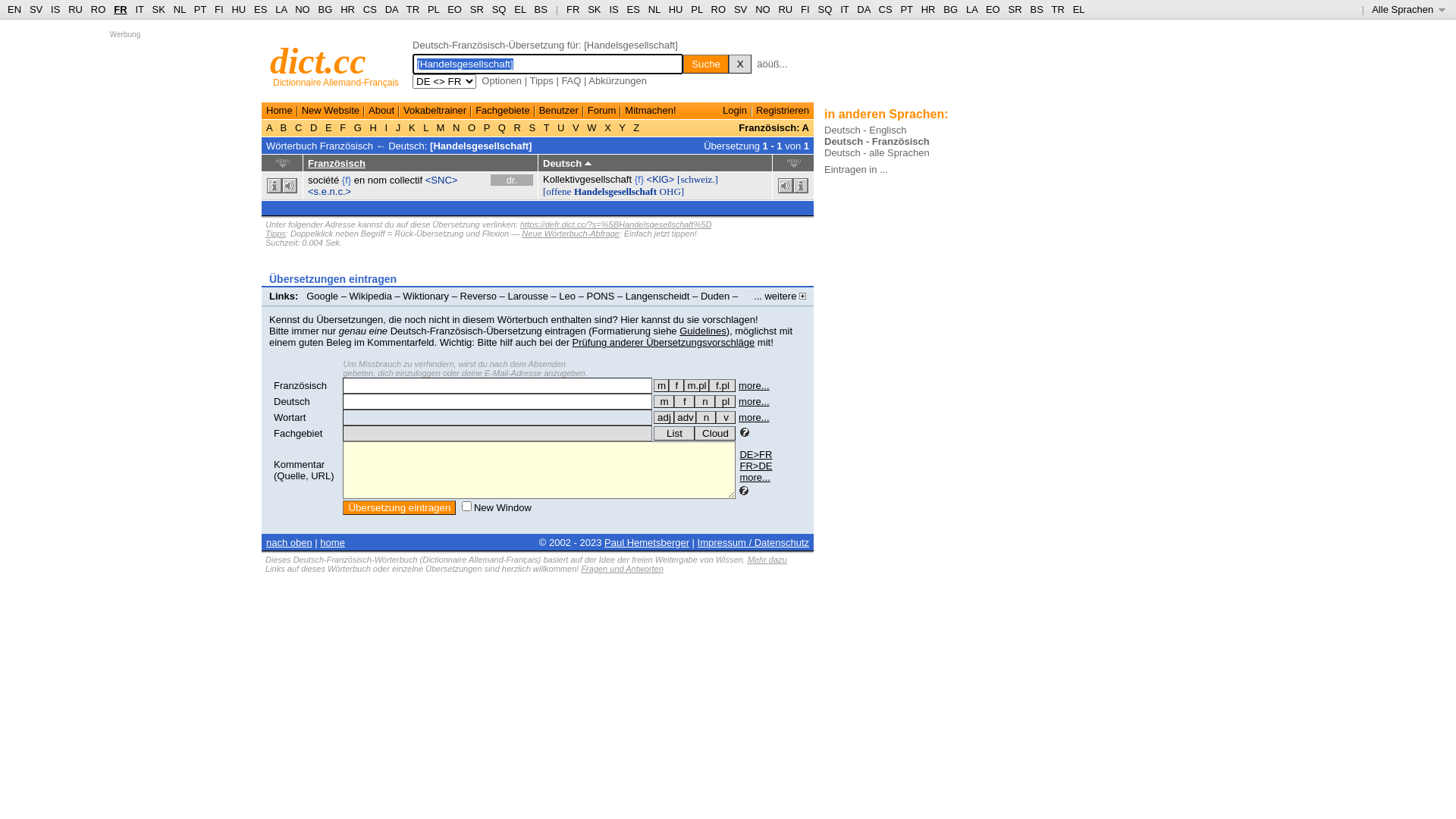 The width and height of the screenshot is (1456, 819). Describe the element at coordinates (265, 541) in the screenshot. I see `'nach oben'` at that location.